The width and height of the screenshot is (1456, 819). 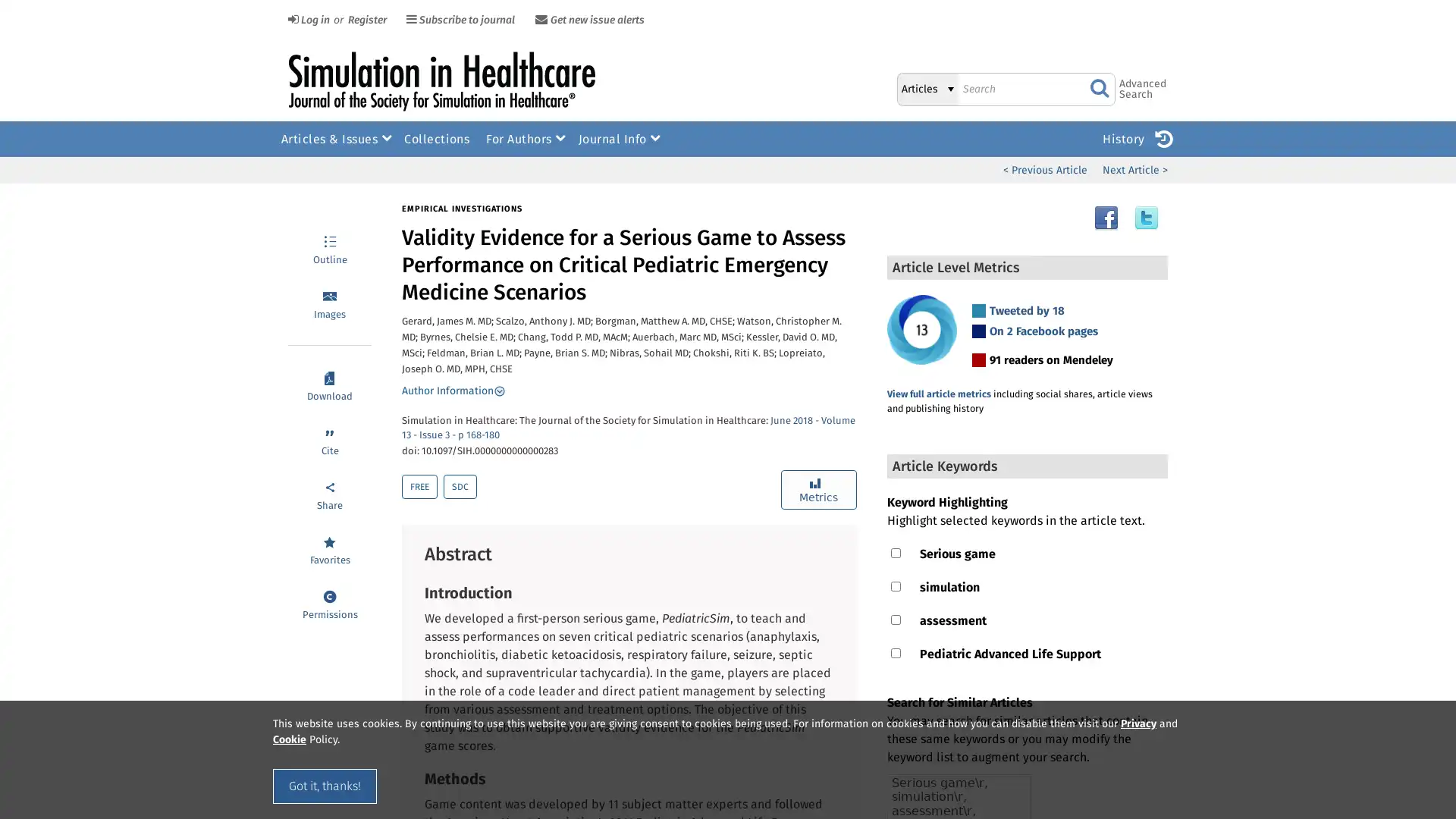 What do you see at coordinates (329, 303) in the screenshot?
I see `Images` at bounding box center [329, 303].